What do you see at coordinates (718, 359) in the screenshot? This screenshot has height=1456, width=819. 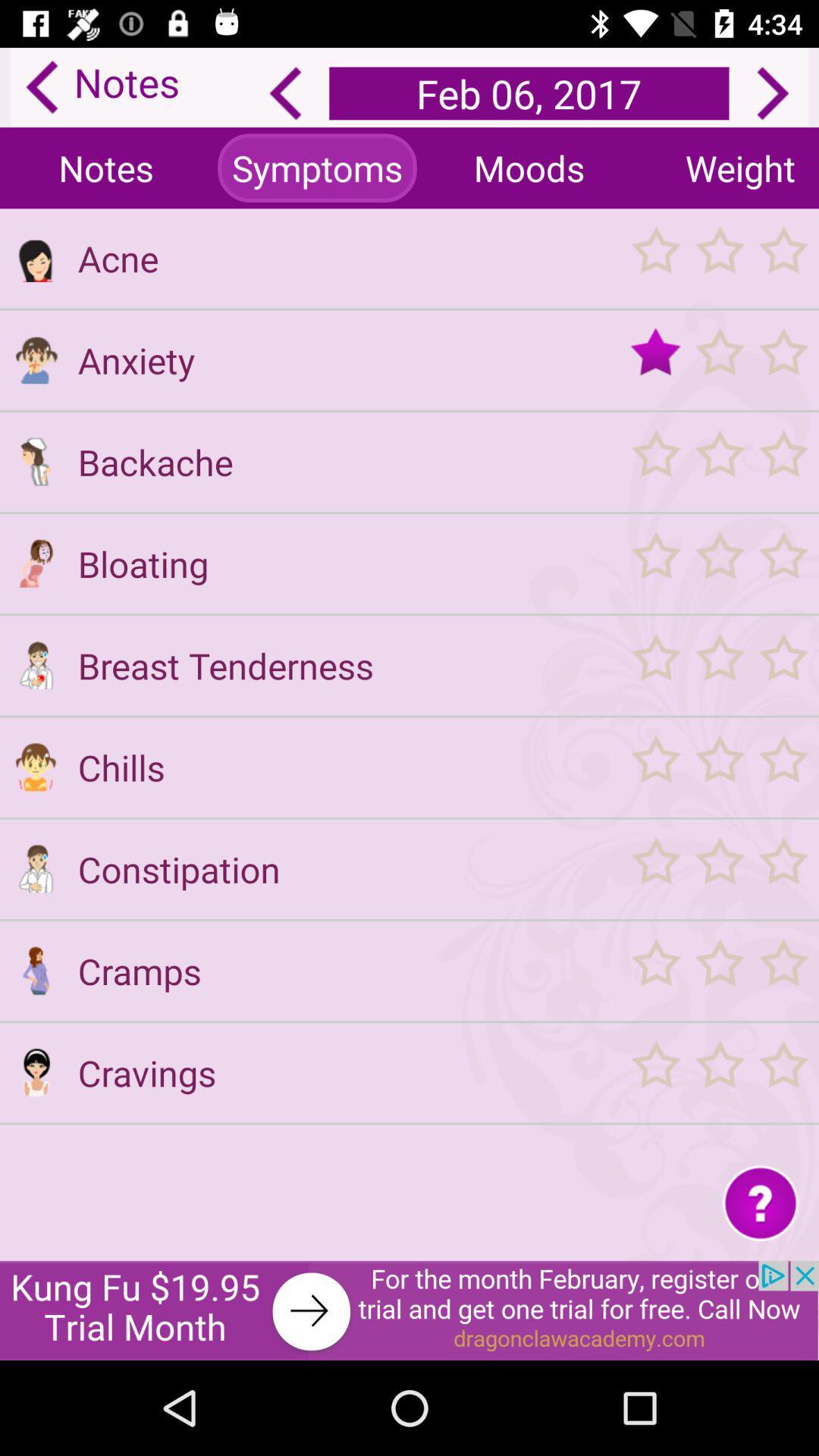 I see `rate anxiety level` at bounding box center [718, 359].